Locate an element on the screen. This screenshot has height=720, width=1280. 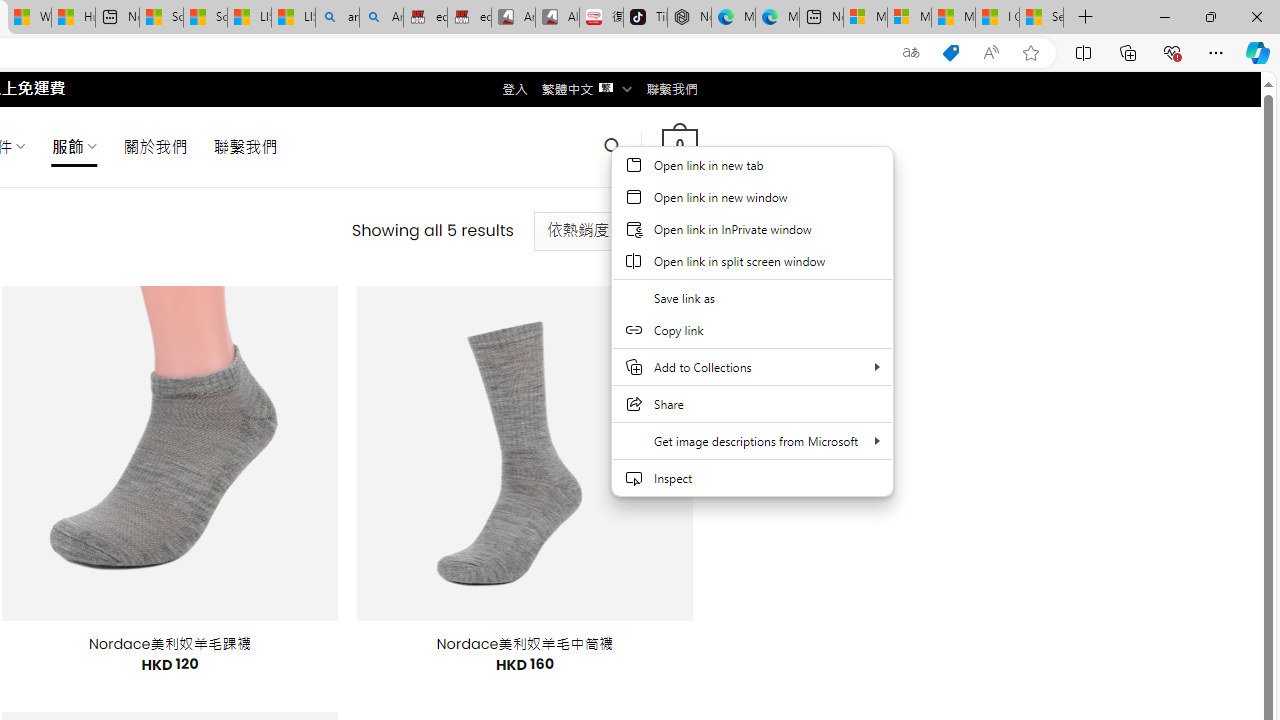
'Open link in InPrivate window' is located at coordinates (751, 227).